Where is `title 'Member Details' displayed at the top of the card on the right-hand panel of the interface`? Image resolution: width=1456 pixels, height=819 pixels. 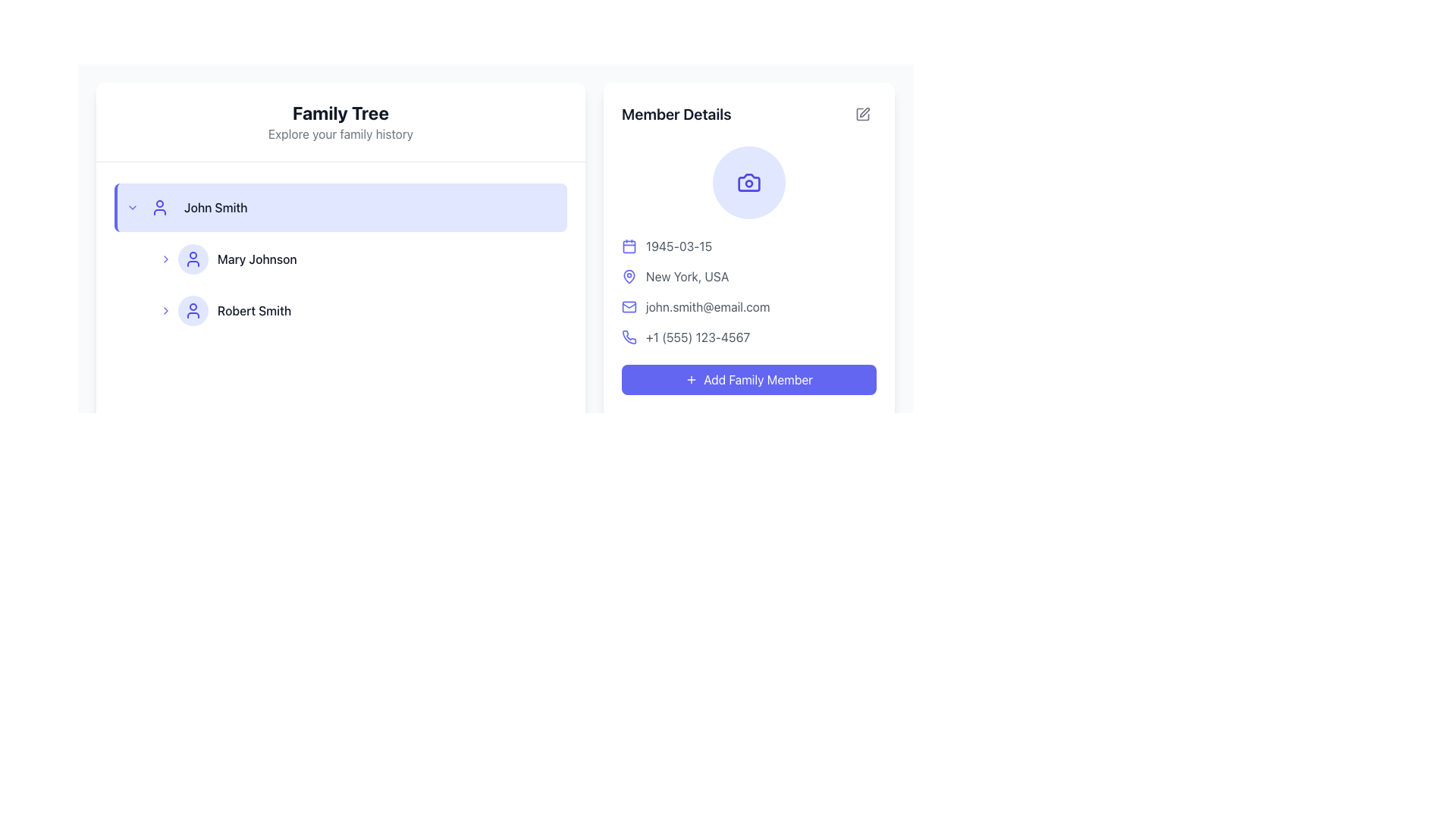
title 'Member Details' displayed at the top of the card on the right-hand panel of the interface is located at coordinates (749, 113).